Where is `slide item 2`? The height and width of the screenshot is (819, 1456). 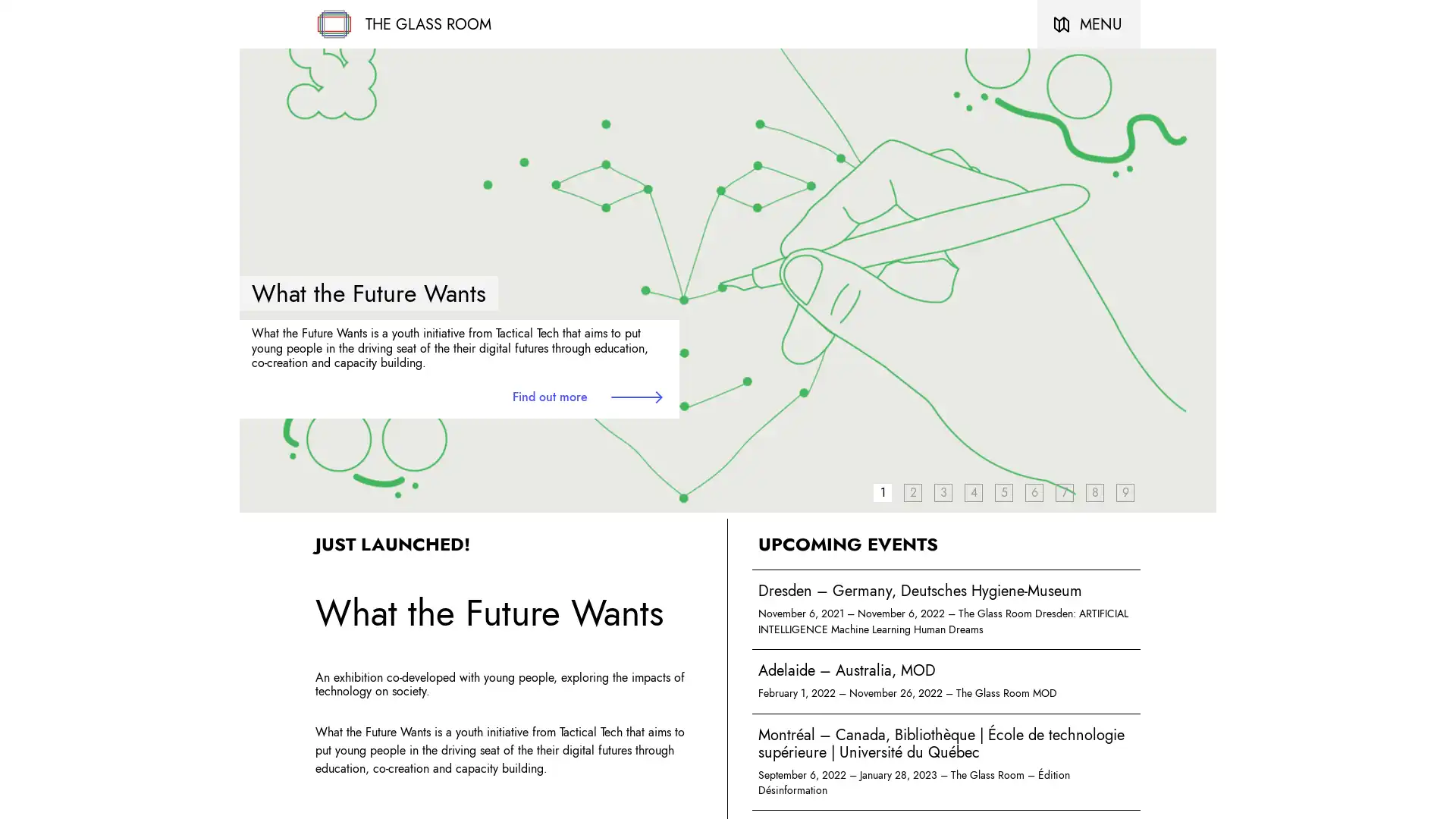
slide item 2 is located at coordinates (912, 491).